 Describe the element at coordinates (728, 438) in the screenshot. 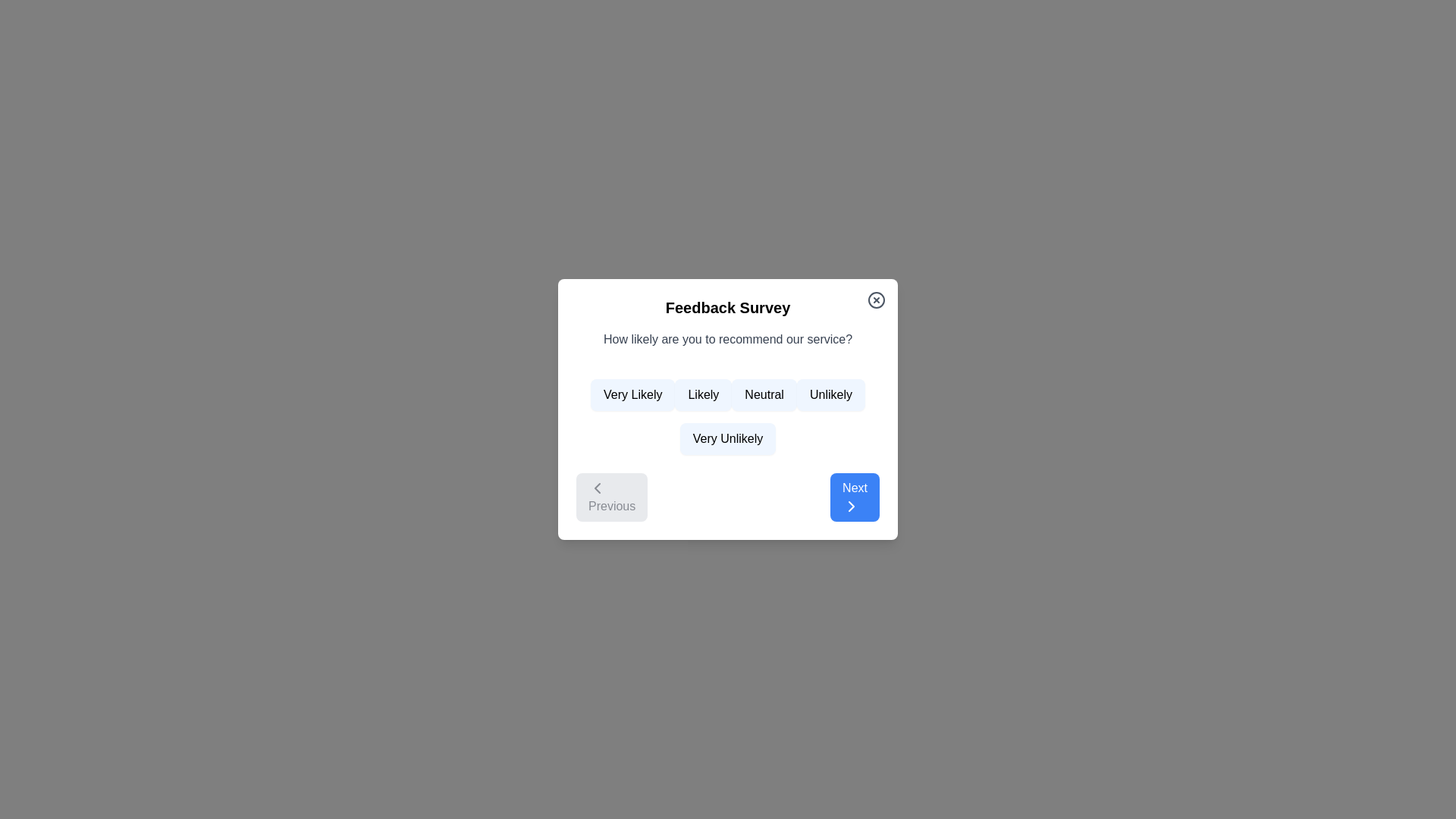

I see `the button labeled 'Very Unlikely'` at that location.